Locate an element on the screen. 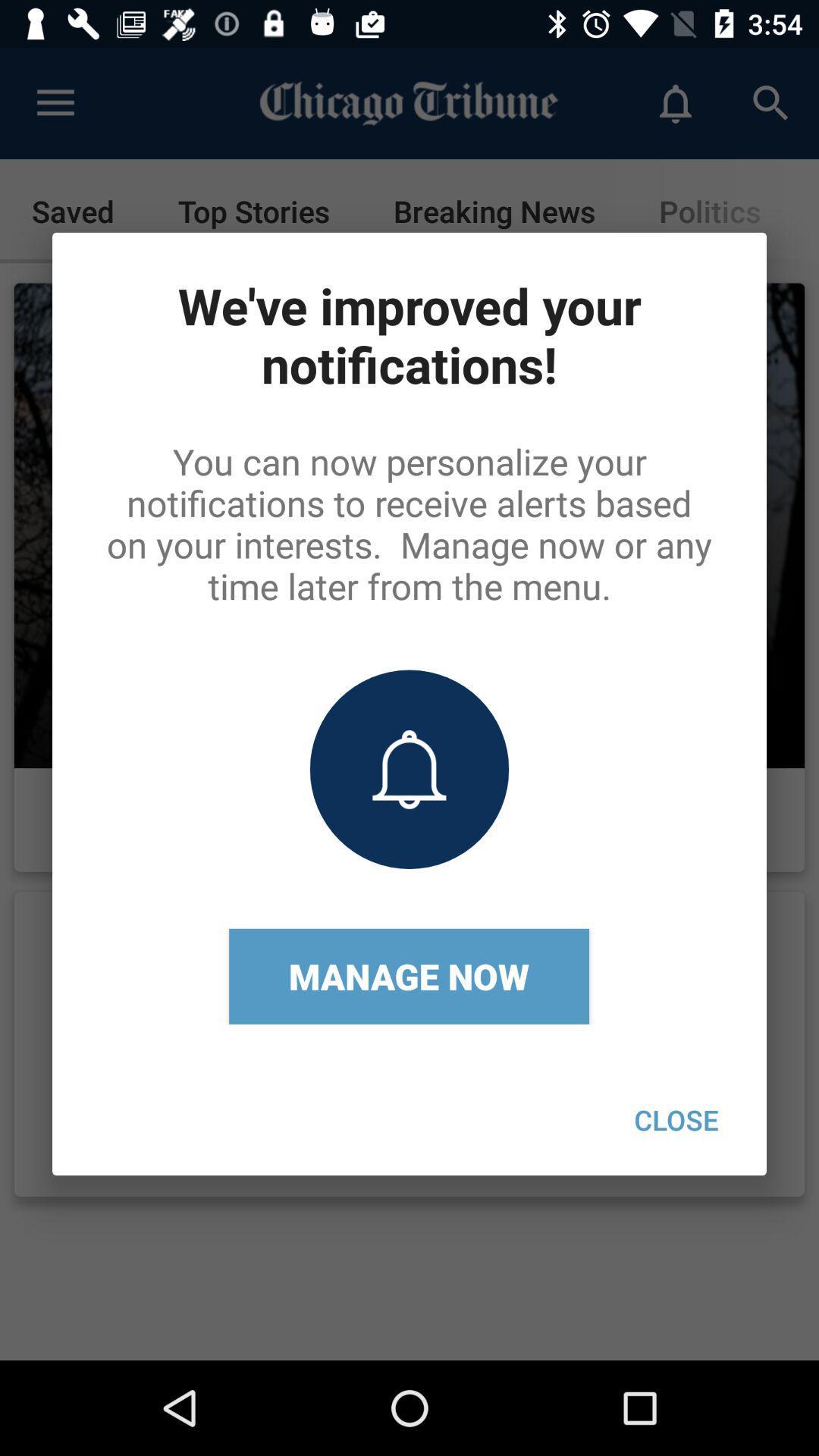  the close item is located at coordinates (676, 1119).